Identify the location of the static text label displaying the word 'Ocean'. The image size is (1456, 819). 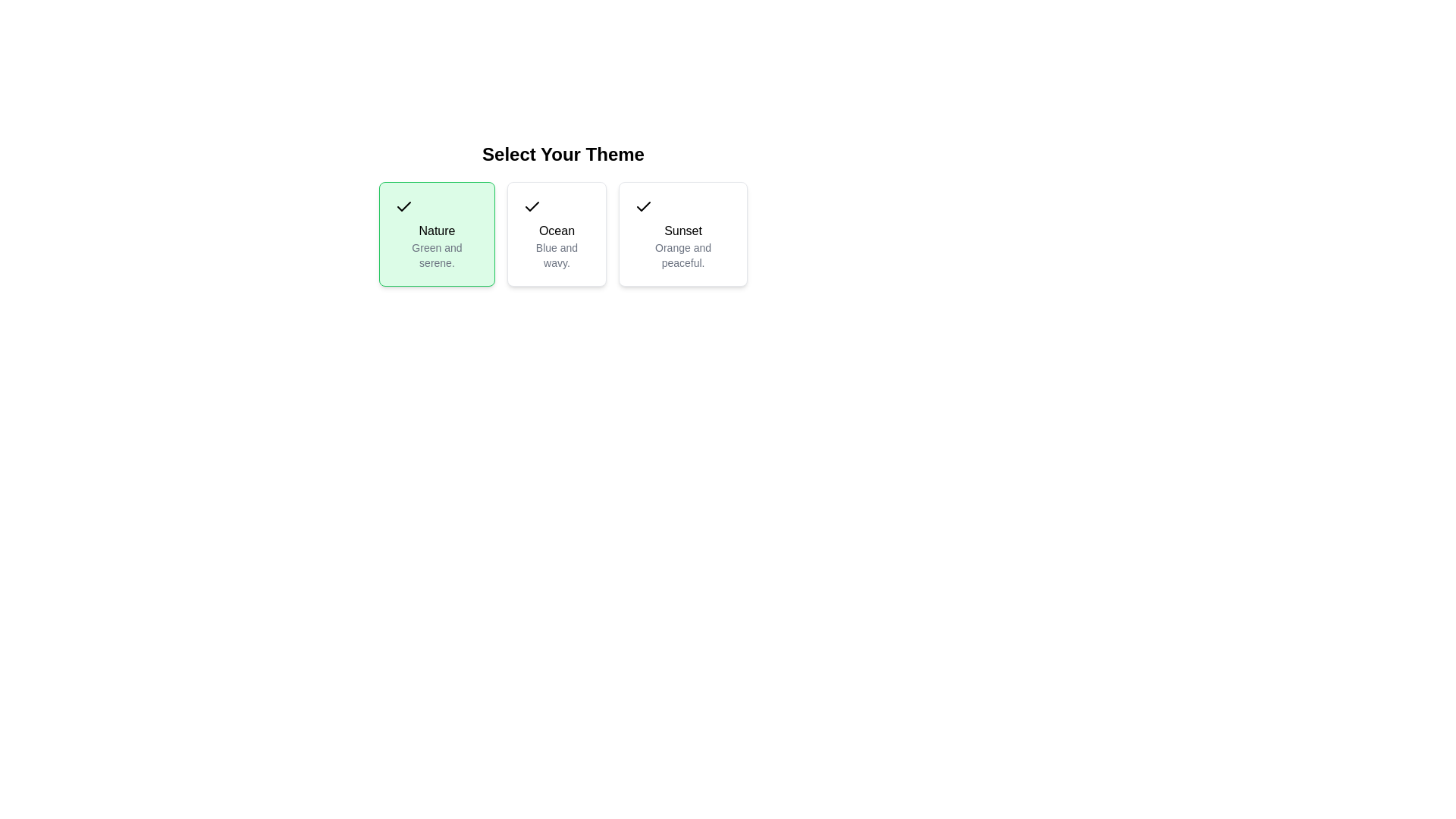
(556, 231).